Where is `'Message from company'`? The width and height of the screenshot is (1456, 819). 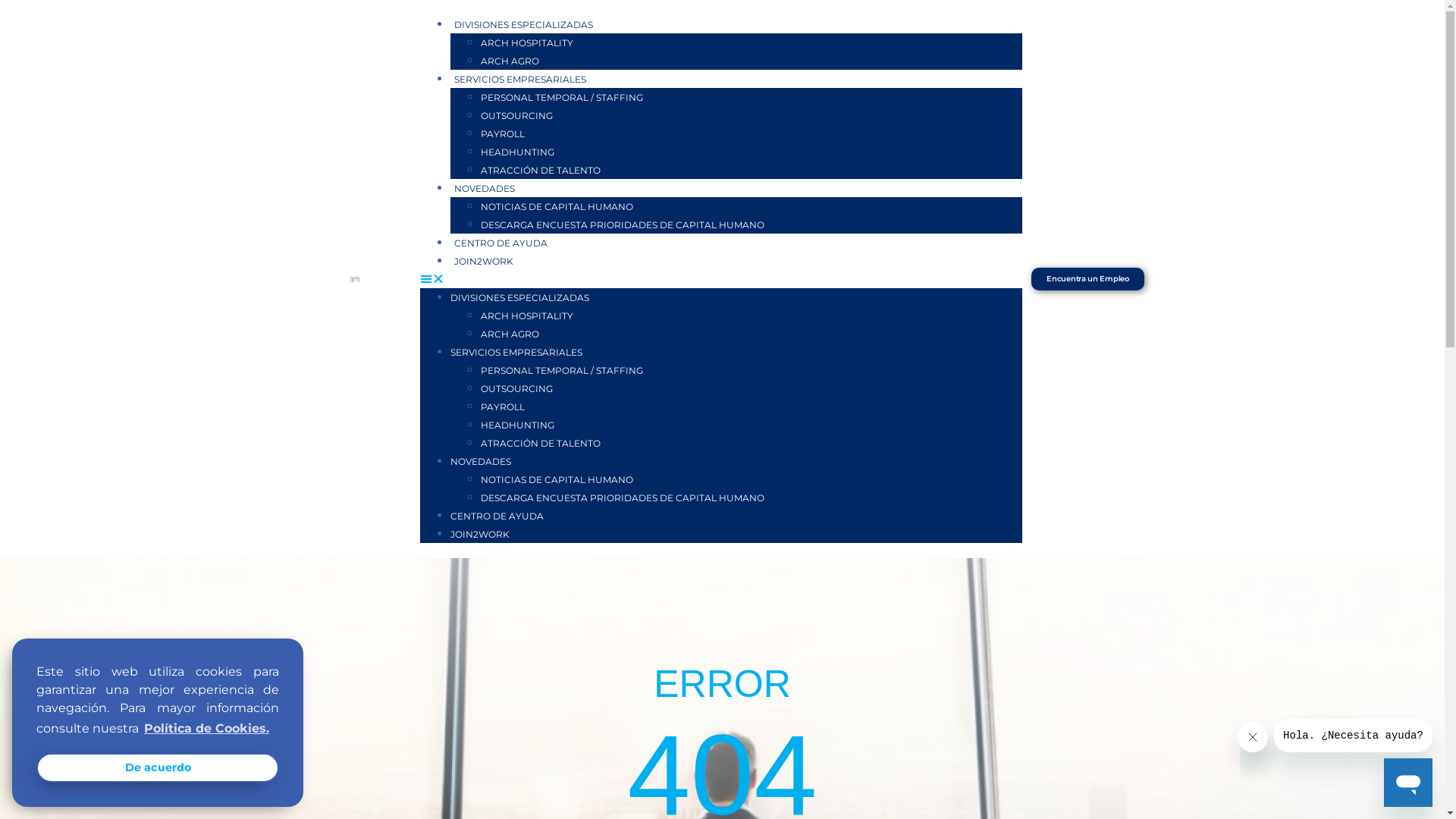
'Message from company' is located at coordinates (1353, 734).